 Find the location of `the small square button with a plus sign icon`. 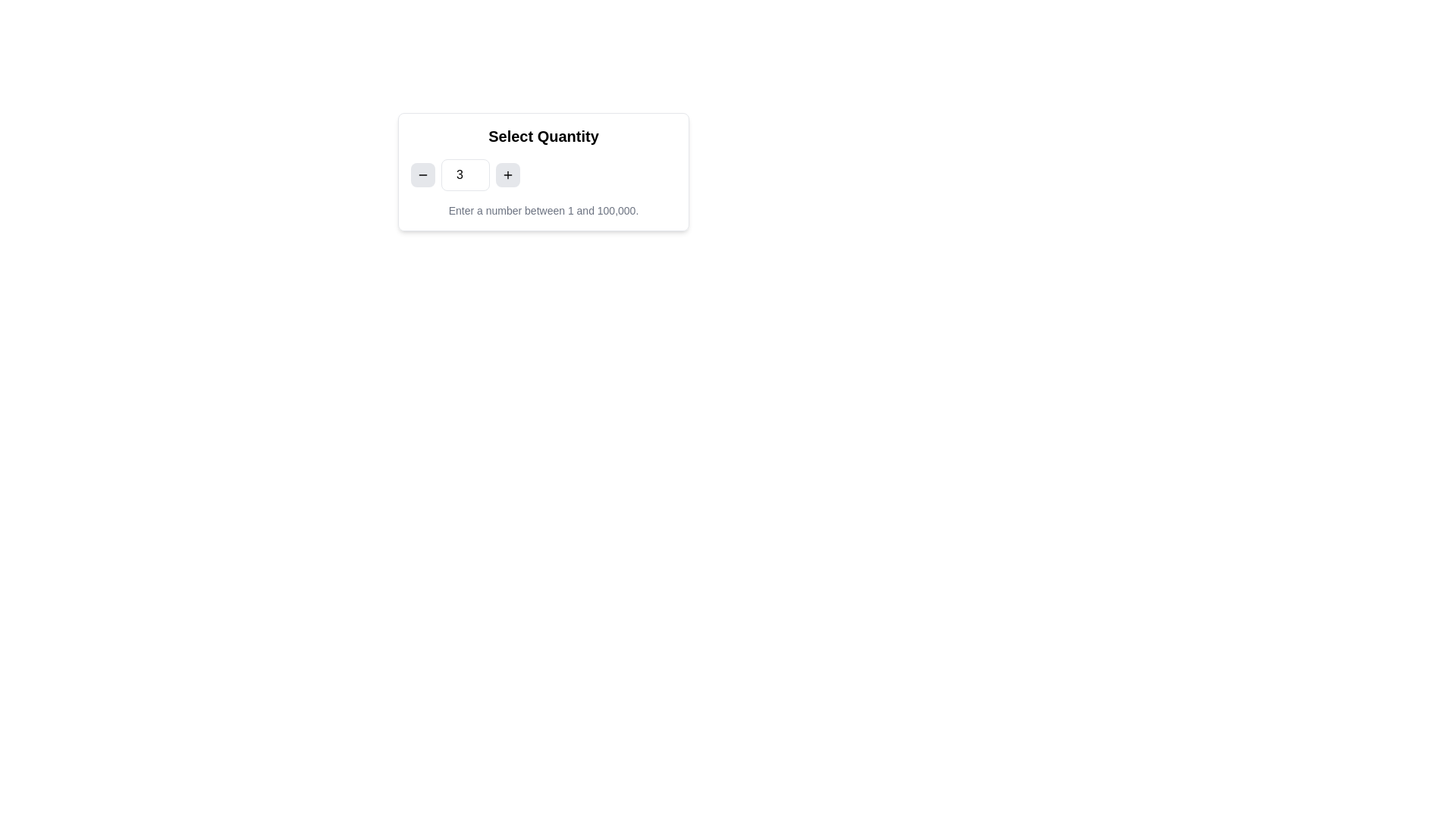

the small square button with a plus sign icon is located at coordinates (508, 174).